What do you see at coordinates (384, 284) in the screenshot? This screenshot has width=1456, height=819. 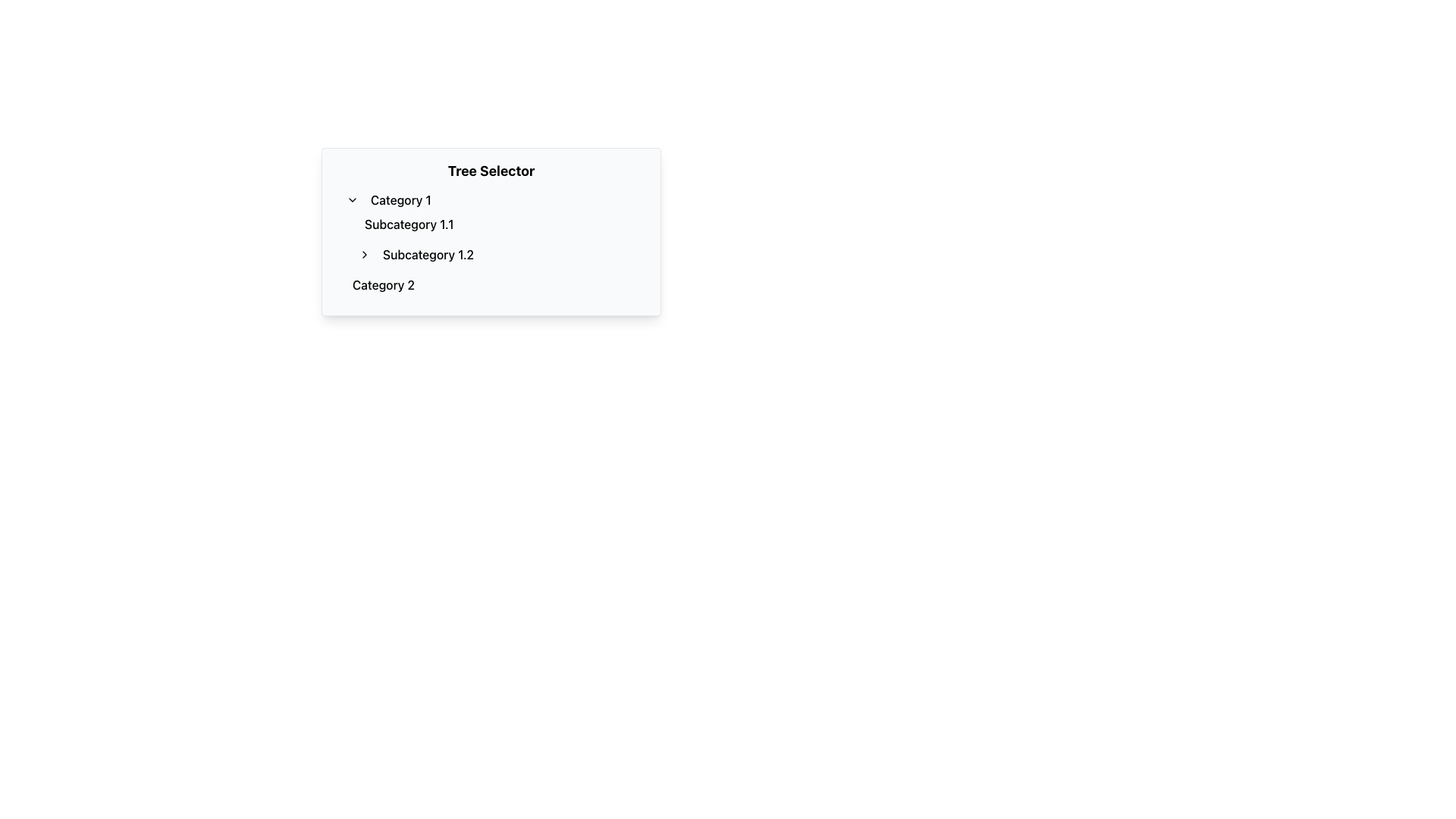 I see `the Text Label representing 'Category 2'` at bounding box center [384, 284].